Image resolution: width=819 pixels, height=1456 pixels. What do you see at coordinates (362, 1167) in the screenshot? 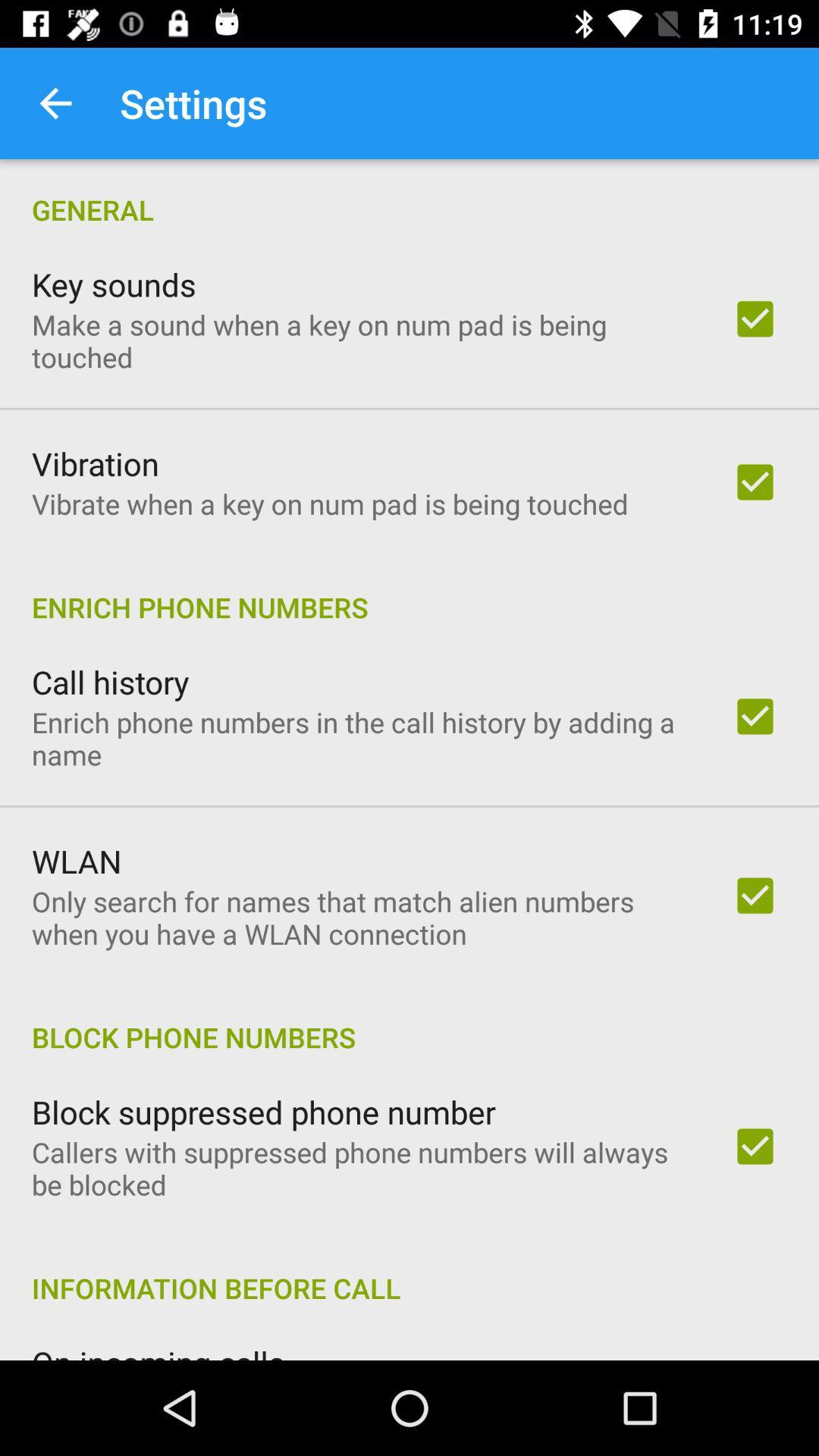
I see `icon below the block suppressed phone item` at bounding box center [362, 1167].